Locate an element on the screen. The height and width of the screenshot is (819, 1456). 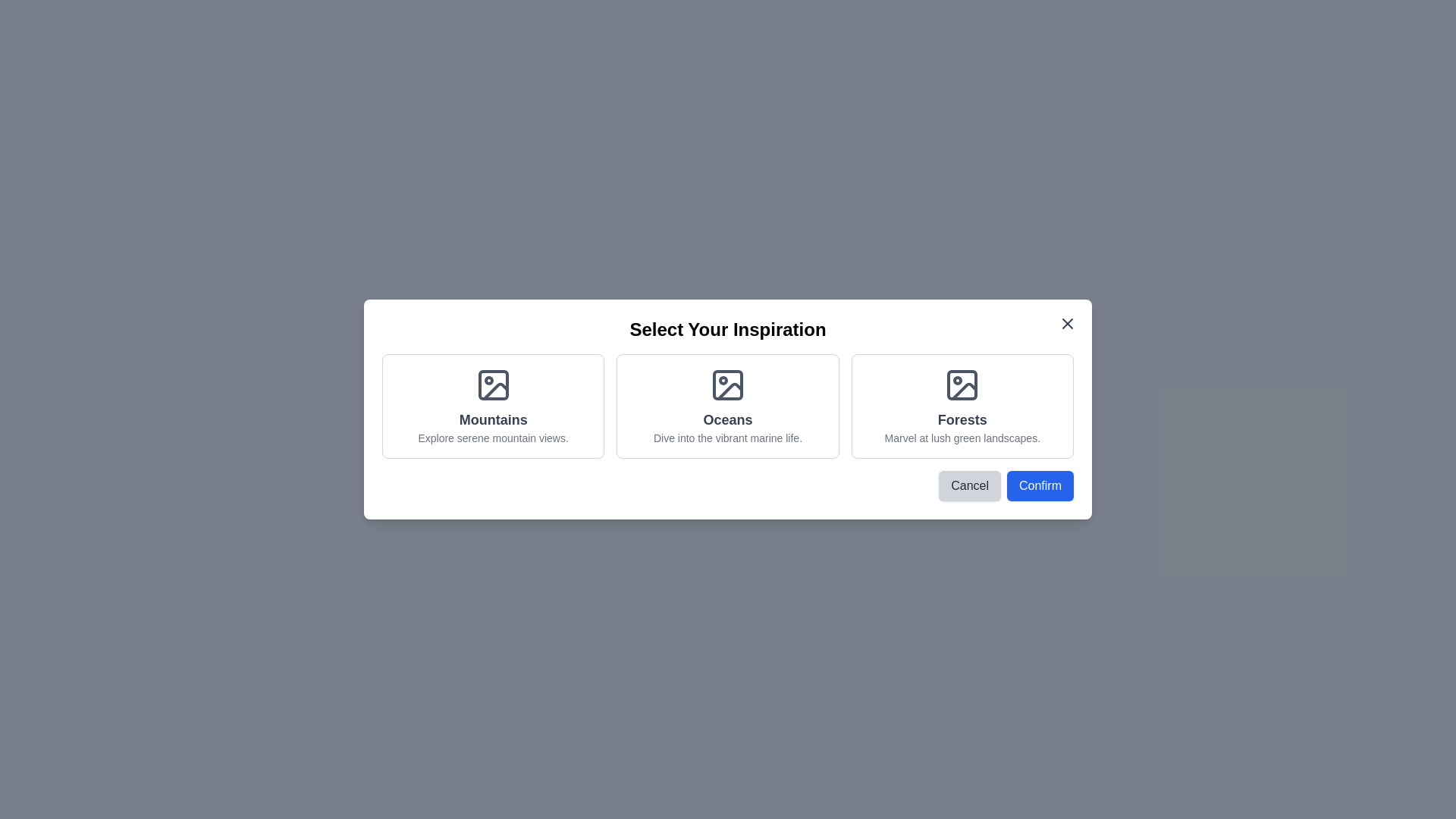
the decorative square element with rounded corners that is part of the 'Mountains' icon in the 'Select Your Inspiration' dialog is located at coordinates (493, 384).